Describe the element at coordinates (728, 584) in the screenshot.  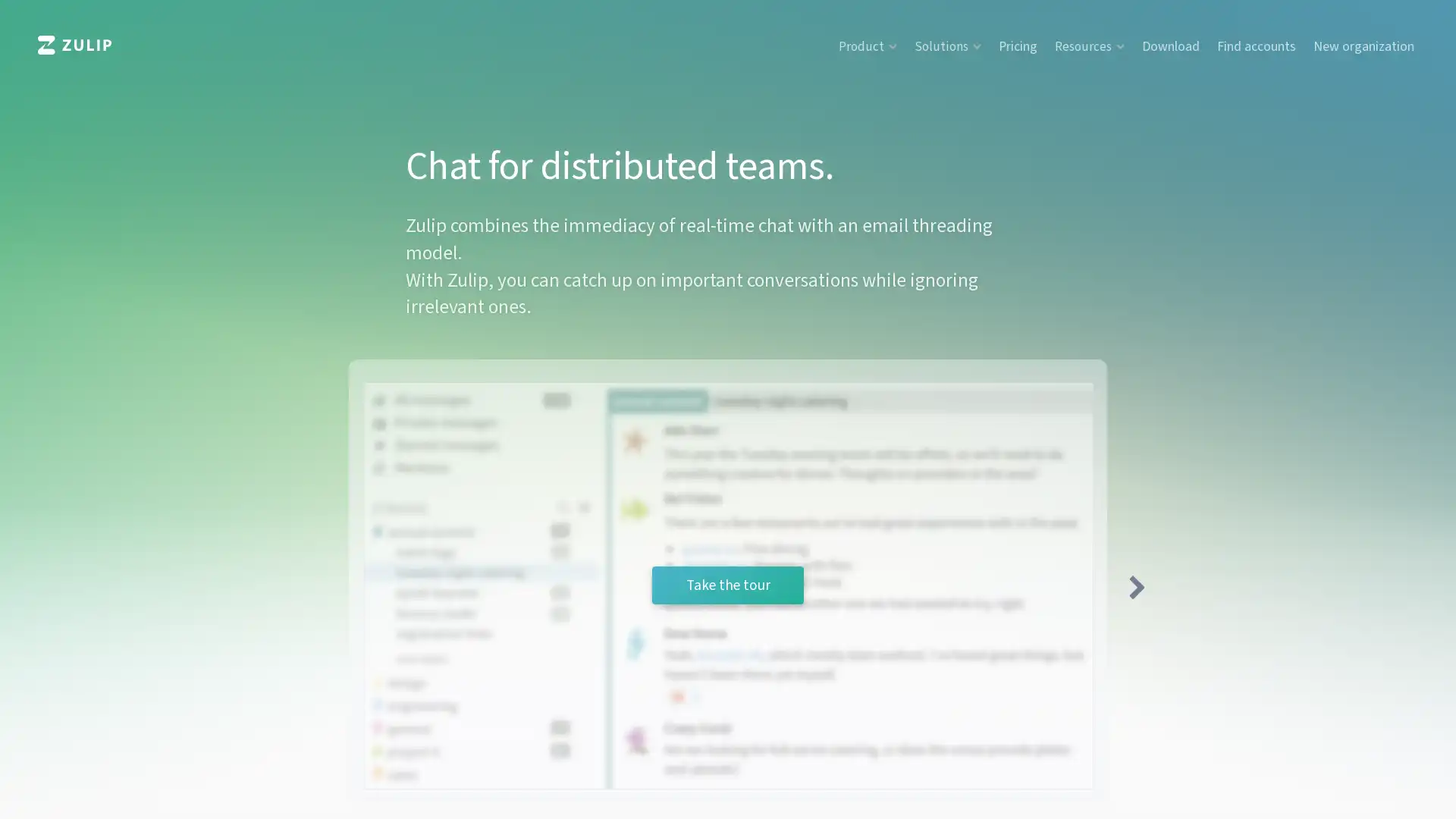
I see `Take the tour` at that location.